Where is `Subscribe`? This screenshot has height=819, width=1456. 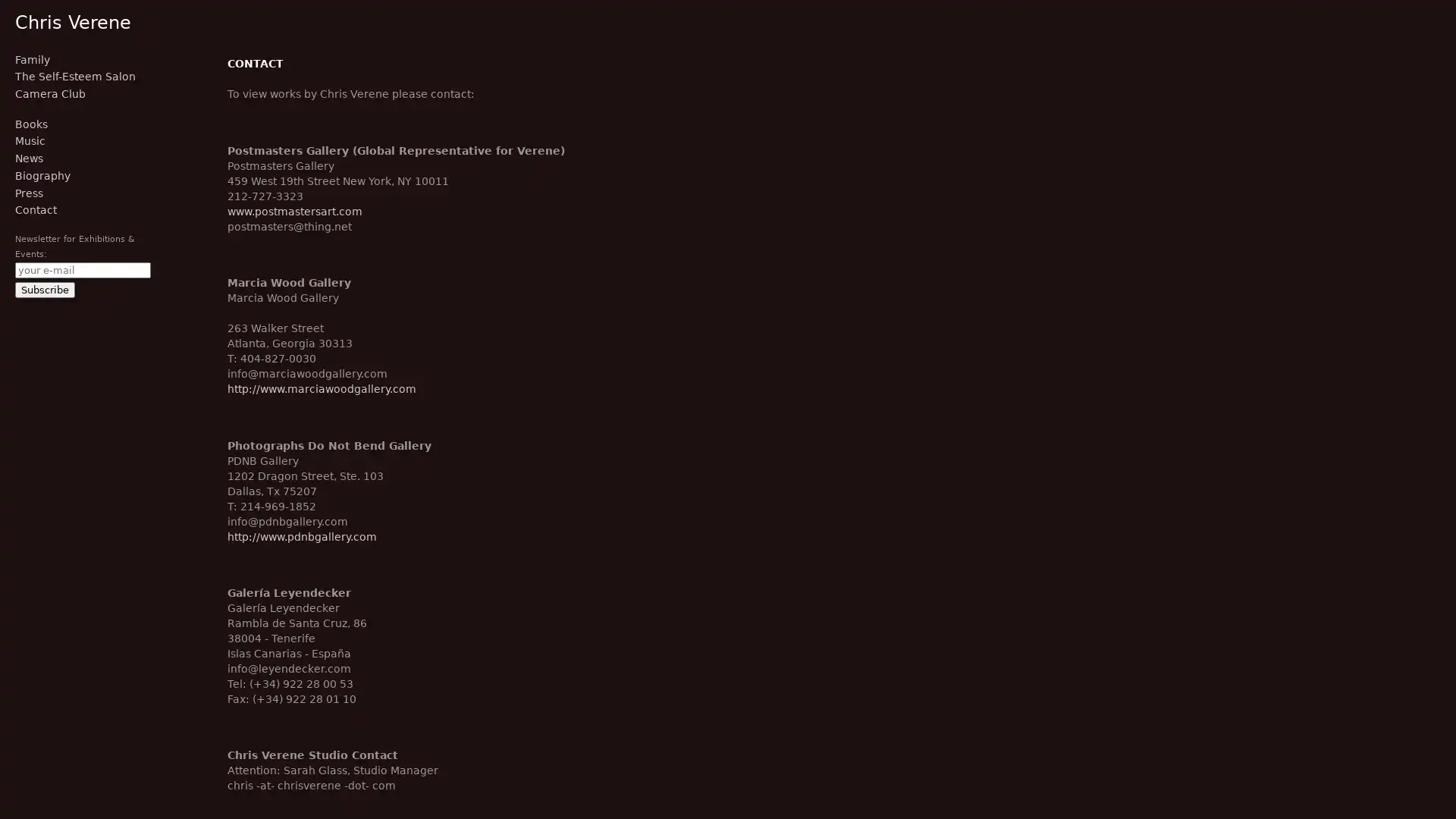 Subscribe is located at coordinates (45, 289).